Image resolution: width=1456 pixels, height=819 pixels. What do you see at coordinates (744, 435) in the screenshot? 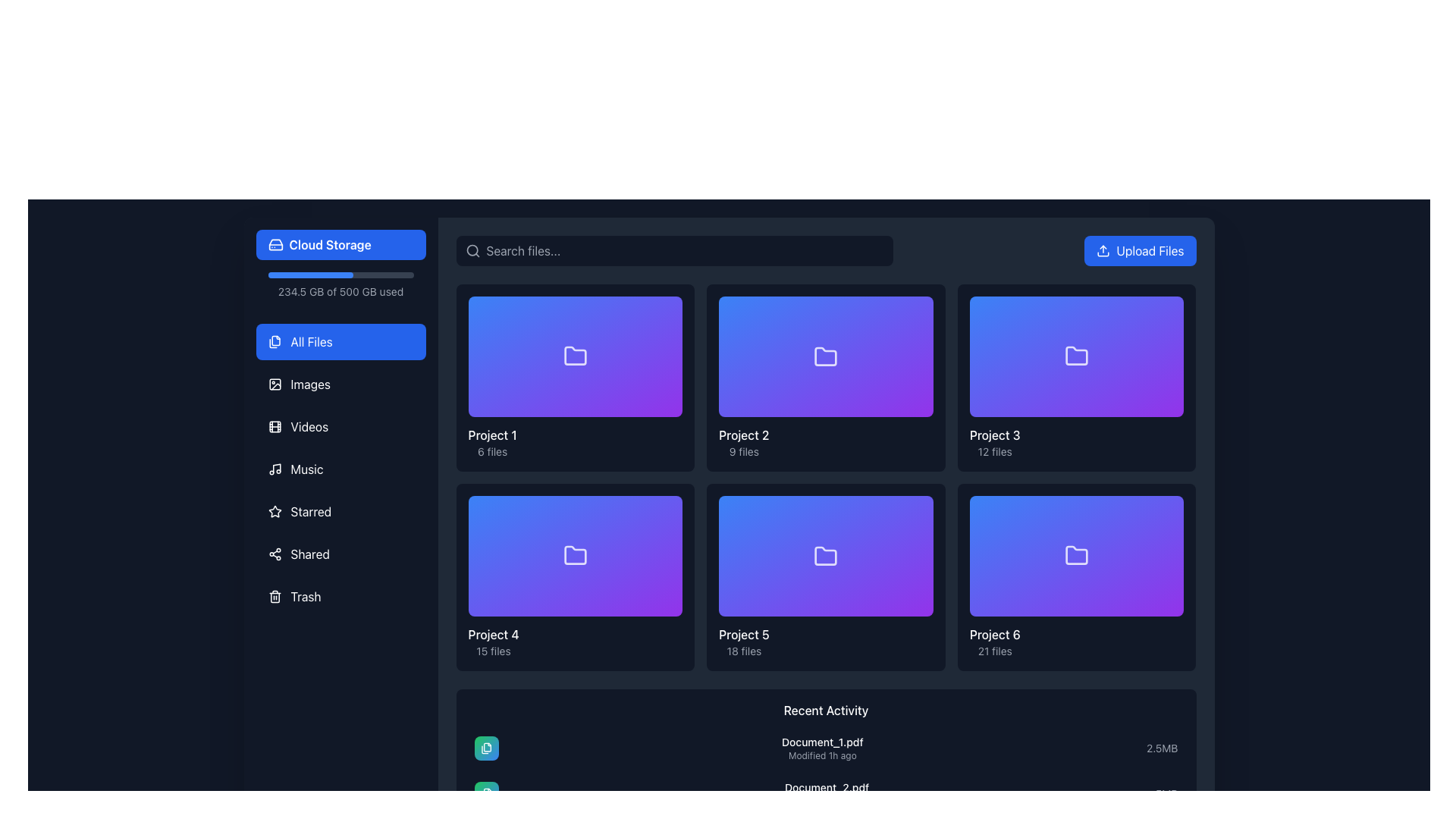
I see `static text label that conveys the name of the folder 'Project 2', located in the second position of the grid layout` at bounding box center [744, 435].